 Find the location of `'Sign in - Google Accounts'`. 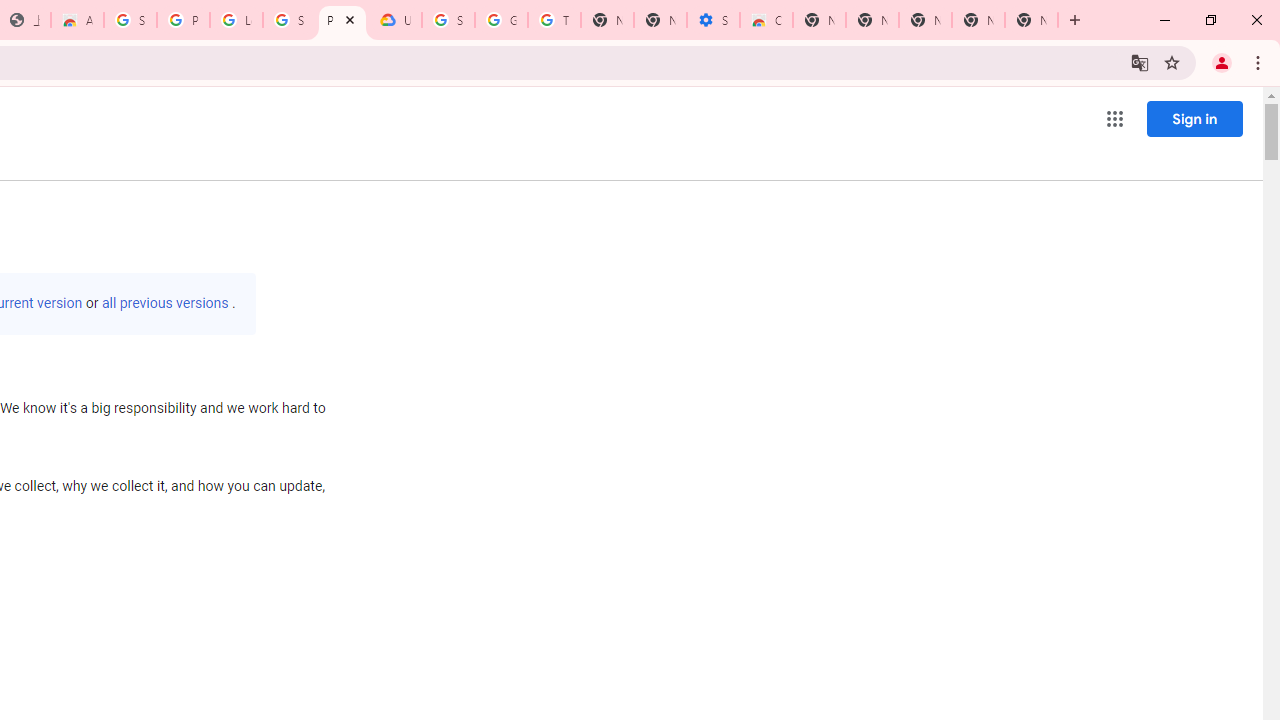

'Sign in - Google Accounts' is located at coordinates (129, 20).